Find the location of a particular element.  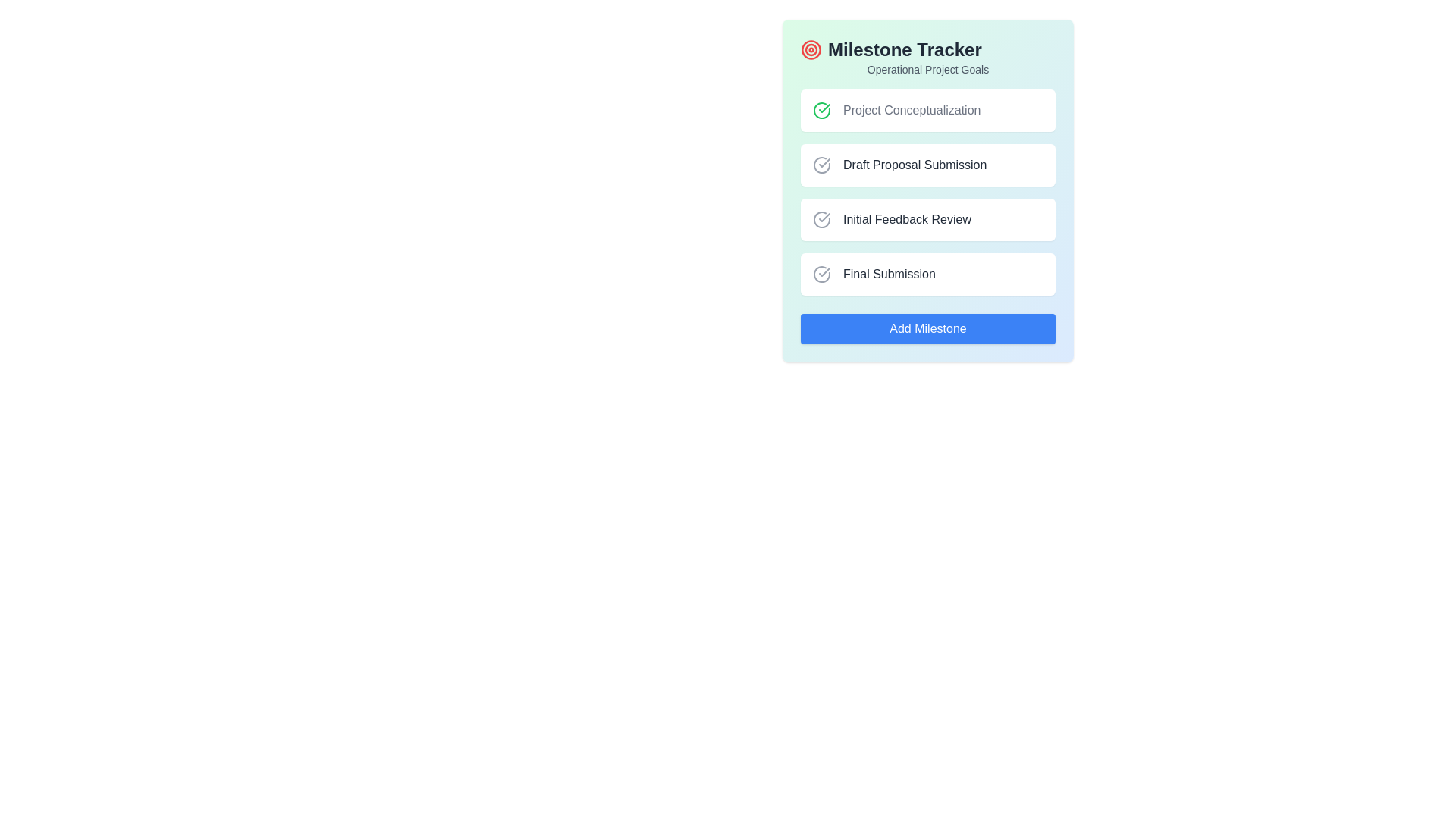

the visual state of the small checkmark icon located within a circular icon on the left side of the text 'Project Conceptualization' to understand the status of the milestone progress indicators is located at coordinates (824, 271).